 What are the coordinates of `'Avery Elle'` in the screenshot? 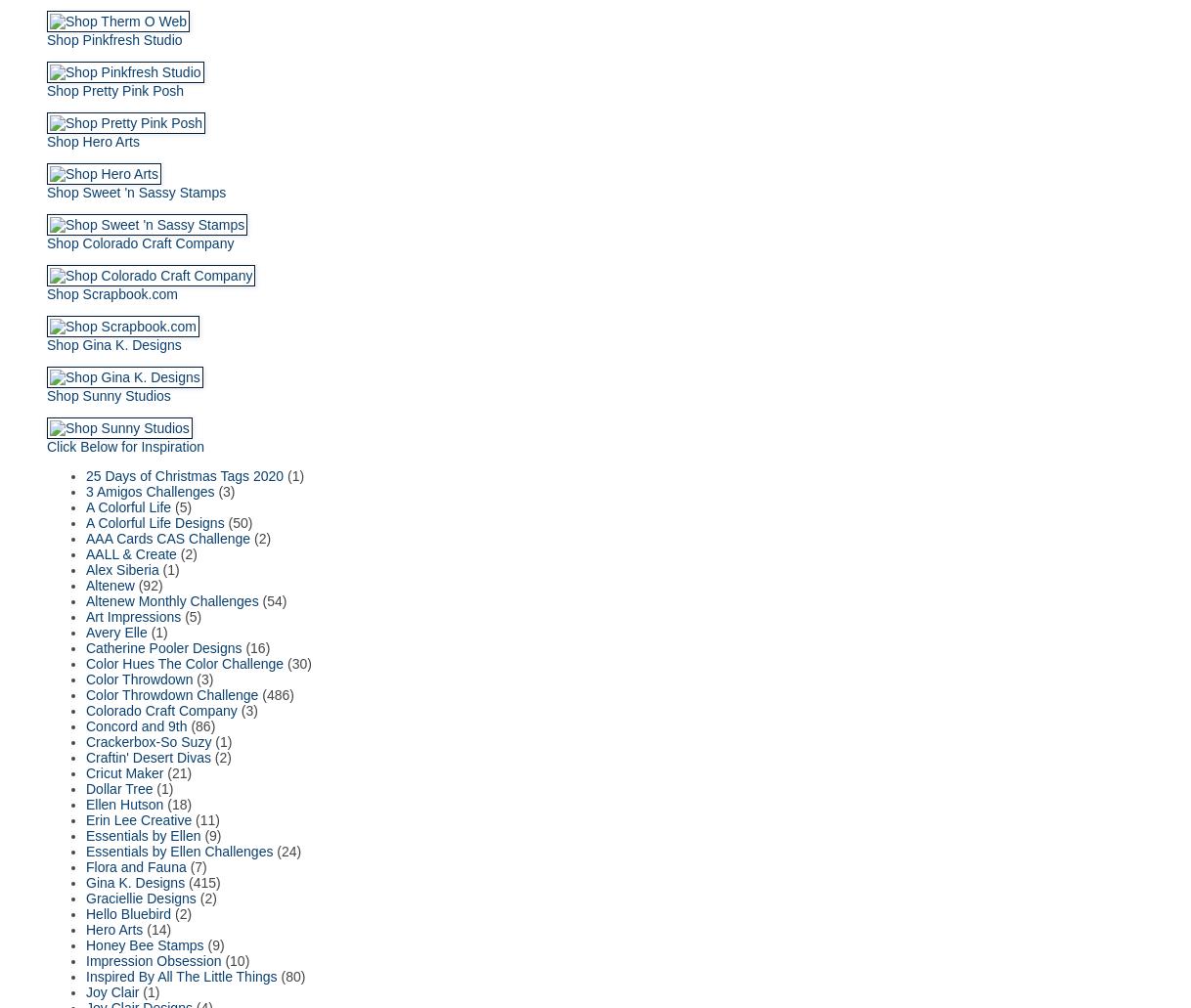 It's located at (85, 632).